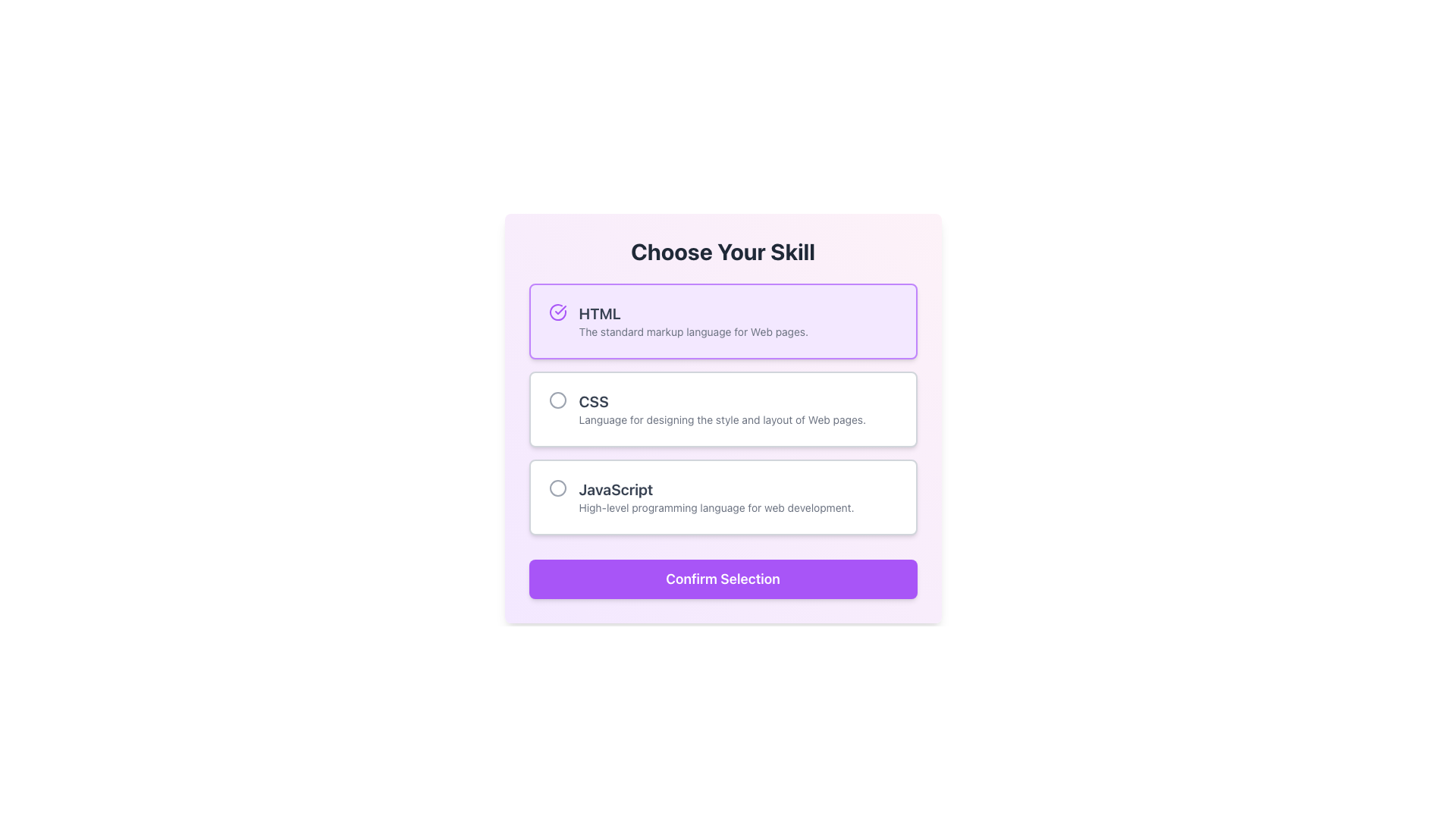  What do you see at coordinates (721, 420) in the screenshot?
I see `the text label that reads 'Language for designing the style and layout of Web pages.', which is located directly below the bold header 'CSS' in the second card from the top` at bounding box center [721, 420].